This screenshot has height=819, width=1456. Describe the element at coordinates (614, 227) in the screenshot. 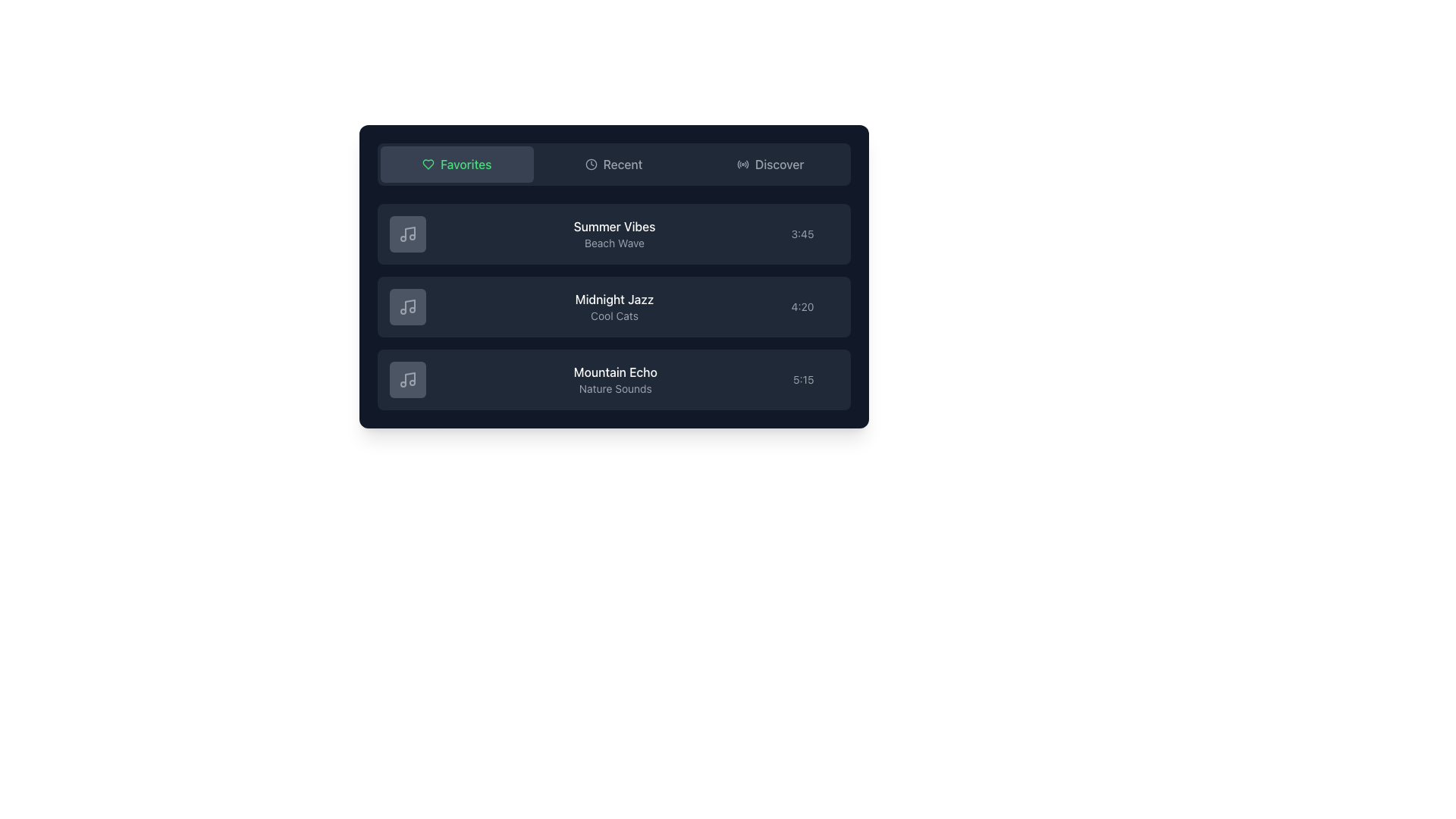

I see `the text label displaying 'Summer Vibes'` at that location.